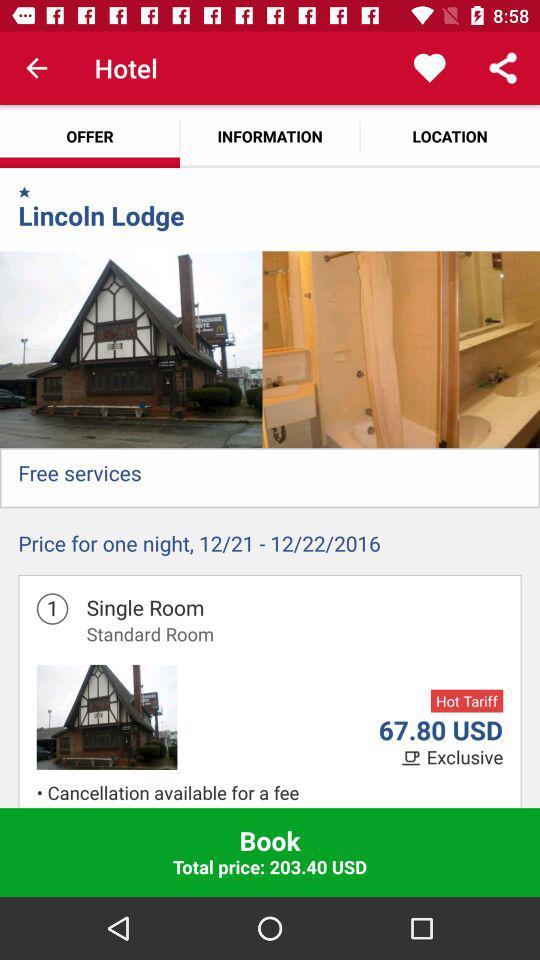  Describe the element at coordinates (36, 68) in the screenshot. I see `app to the left of the hotel` at that location.